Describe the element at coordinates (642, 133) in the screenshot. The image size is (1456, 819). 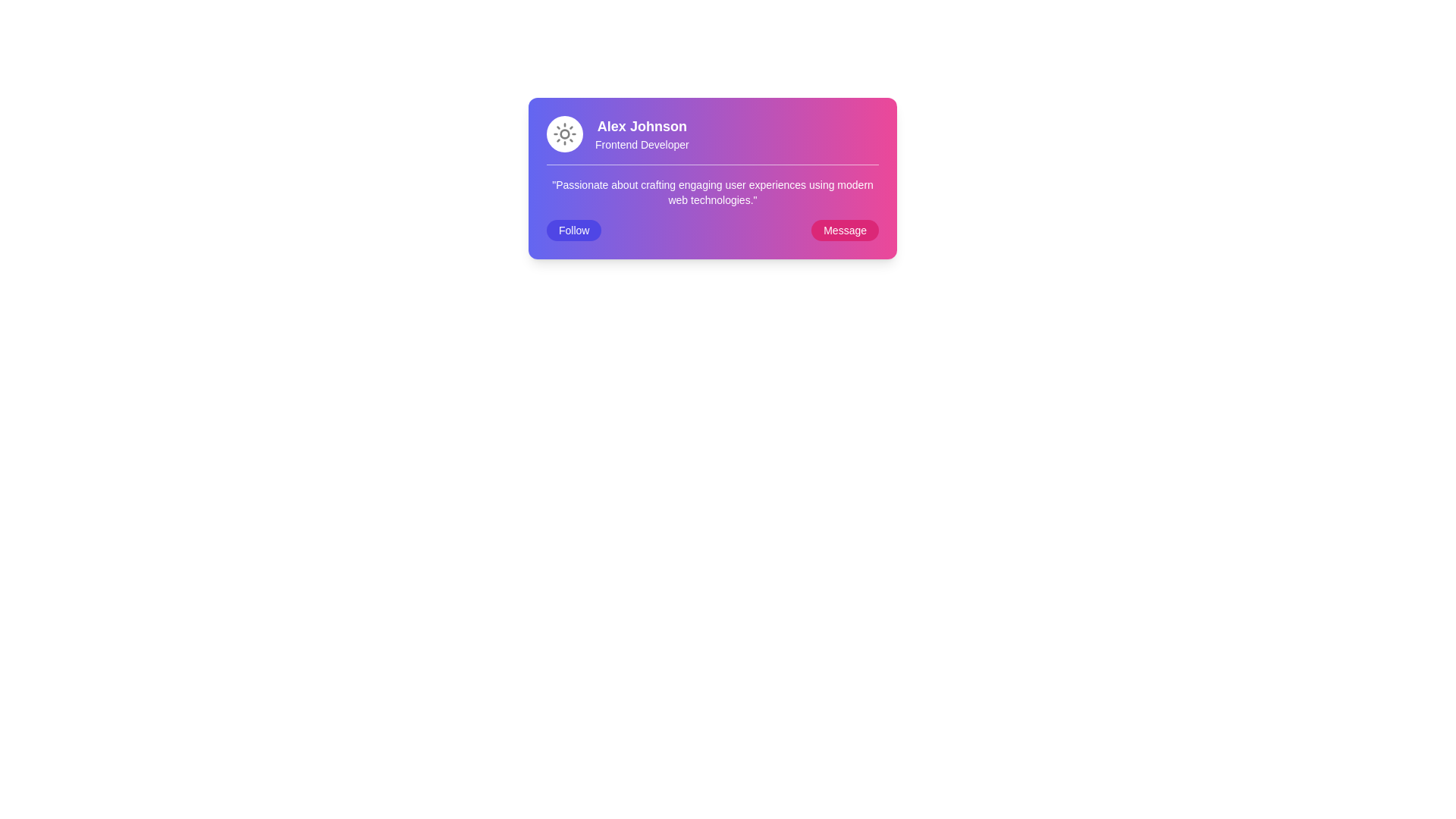
I see `displayed content of the Text display component showing 'Alex Johnson' and 'Frontend Developer', which is located in a card-like component with a gradient background` at that location.